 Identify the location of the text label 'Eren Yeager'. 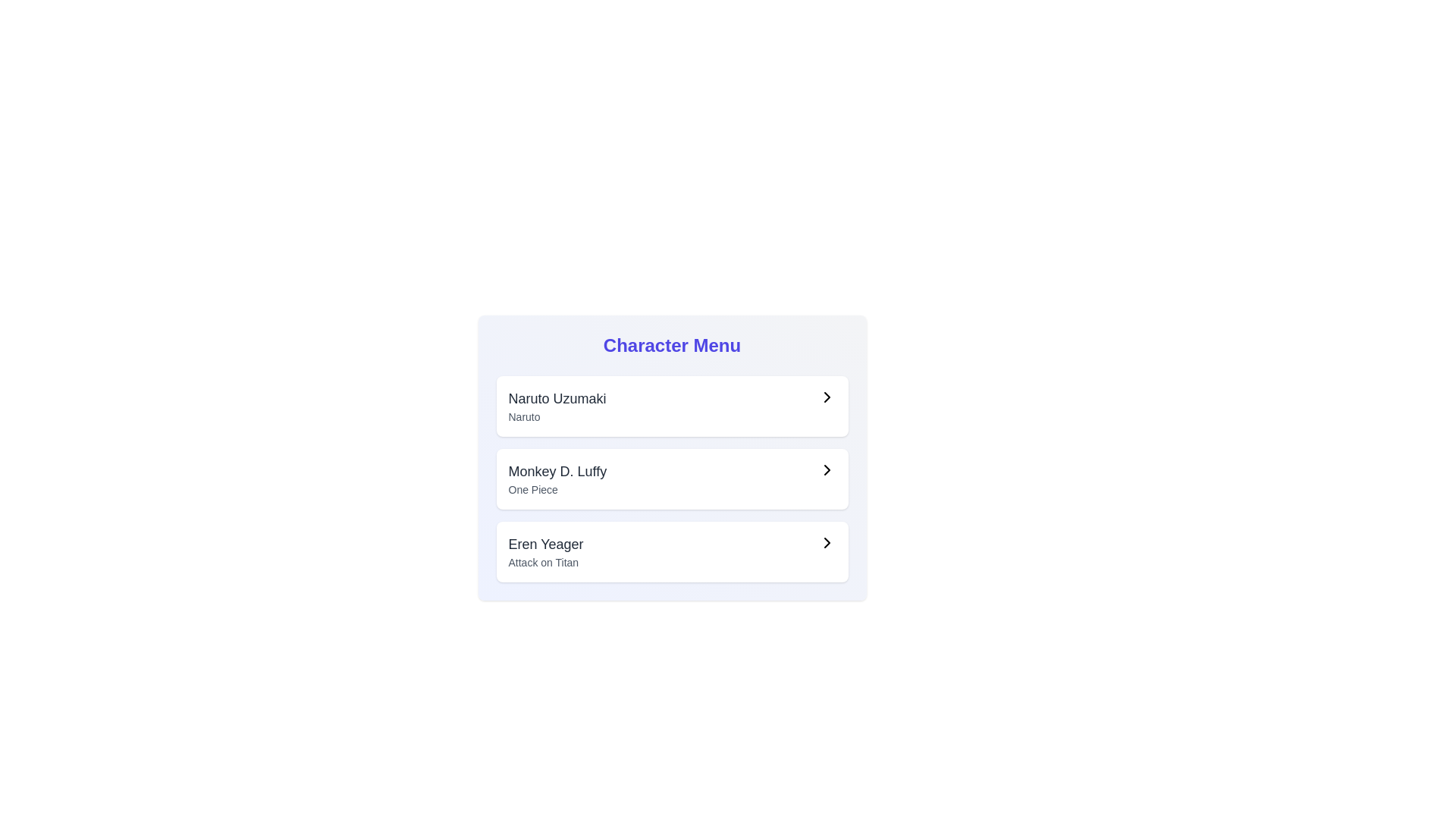
(546, 543).